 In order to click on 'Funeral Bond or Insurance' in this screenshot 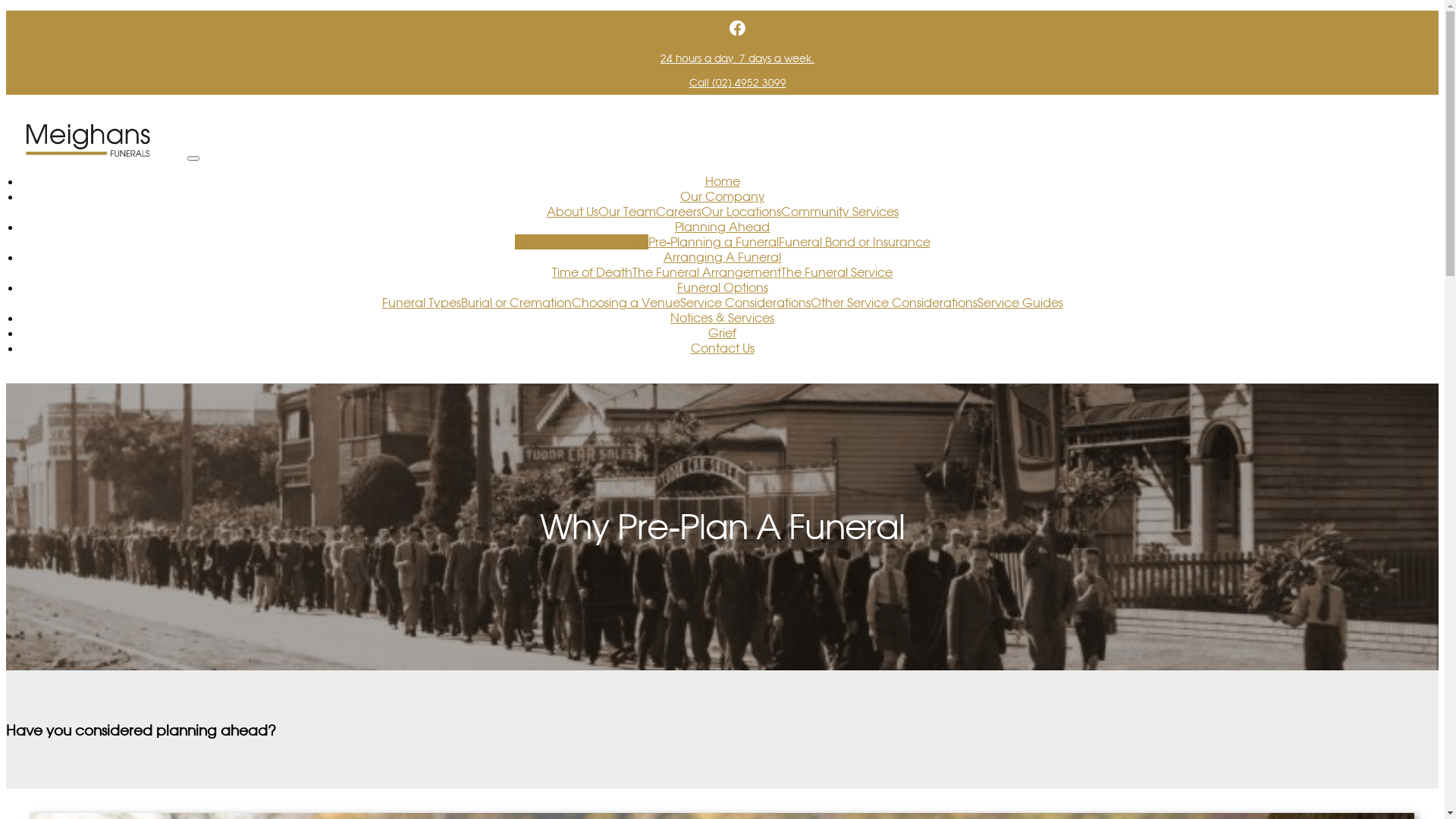, I will do `click(854, 241)`.